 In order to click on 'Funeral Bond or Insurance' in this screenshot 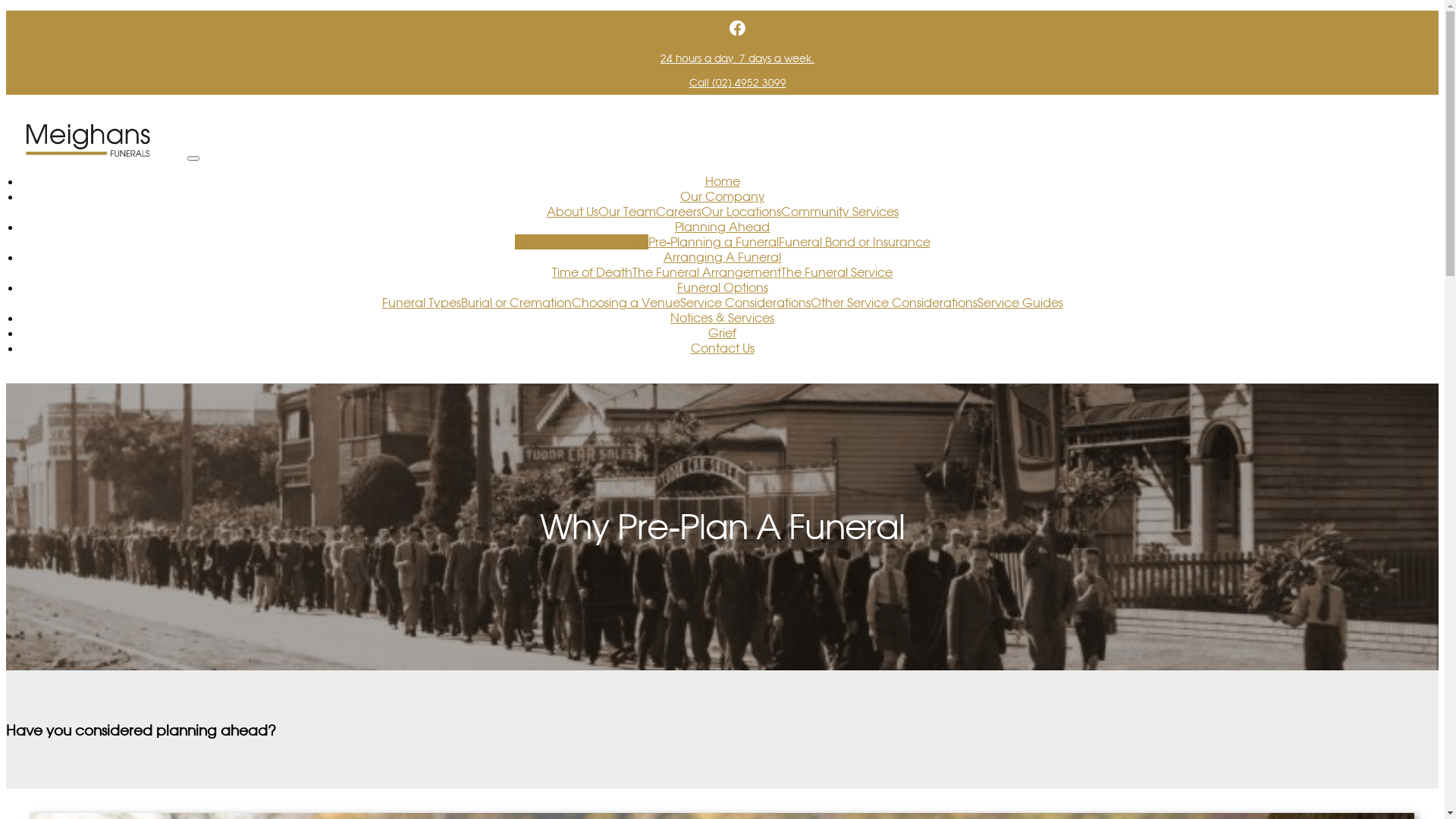, I will do `click(854, 241)`.